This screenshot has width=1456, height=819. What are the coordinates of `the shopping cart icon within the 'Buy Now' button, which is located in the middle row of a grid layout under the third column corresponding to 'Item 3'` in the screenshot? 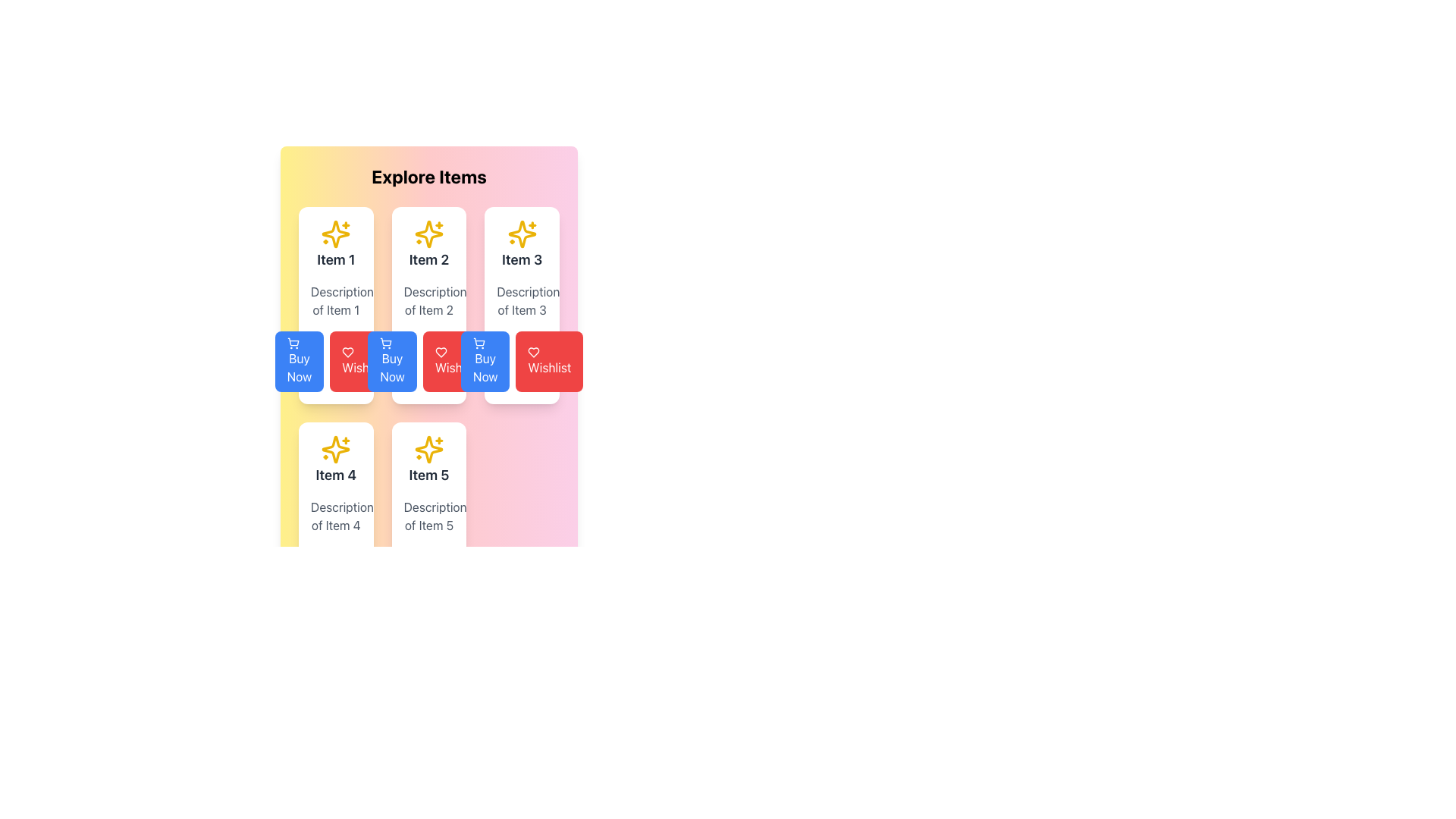 It's located at (479, 343).